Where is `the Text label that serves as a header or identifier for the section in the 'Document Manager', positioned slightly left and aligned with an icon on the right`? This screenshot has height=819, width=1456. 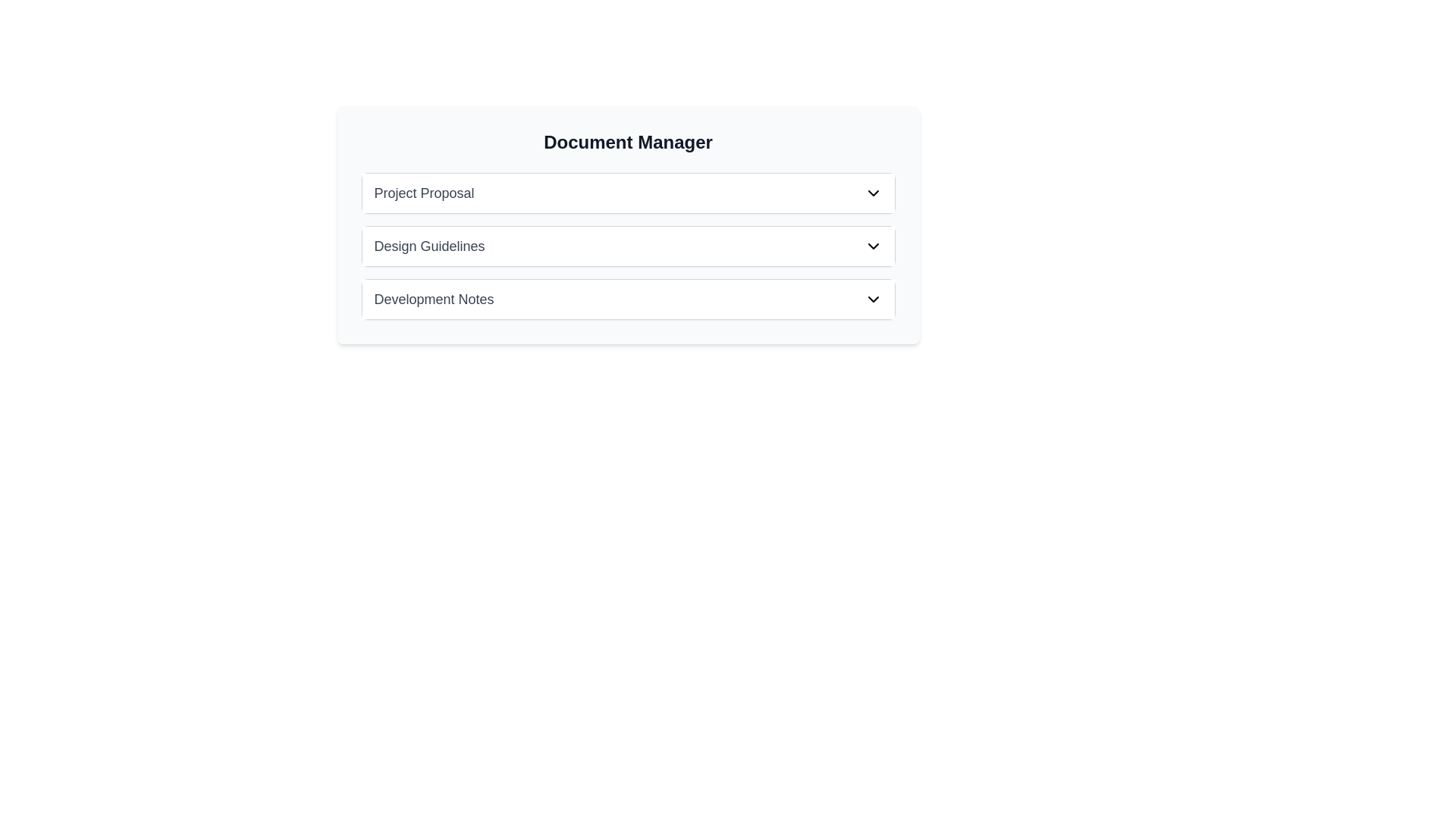 the Text label that serves as a header or identifier for the section in the 'Document Manager', positioned slightly left and aligned with an icon on the right is located at coordinates (424, 192).